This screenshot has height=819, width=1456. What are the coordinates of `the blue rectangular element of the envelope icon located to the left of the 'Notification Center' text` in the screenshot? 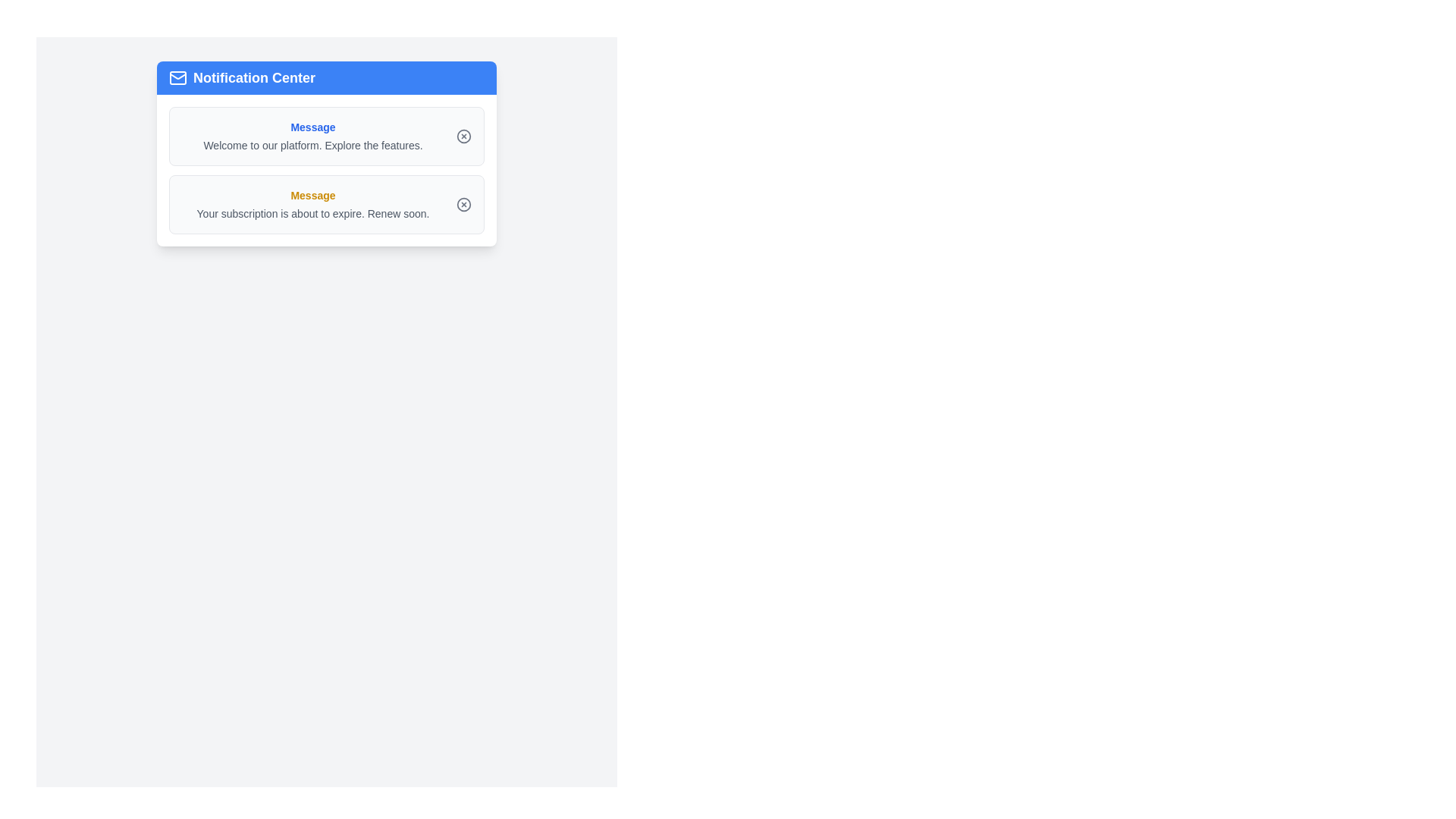 It's located at (178, 78).